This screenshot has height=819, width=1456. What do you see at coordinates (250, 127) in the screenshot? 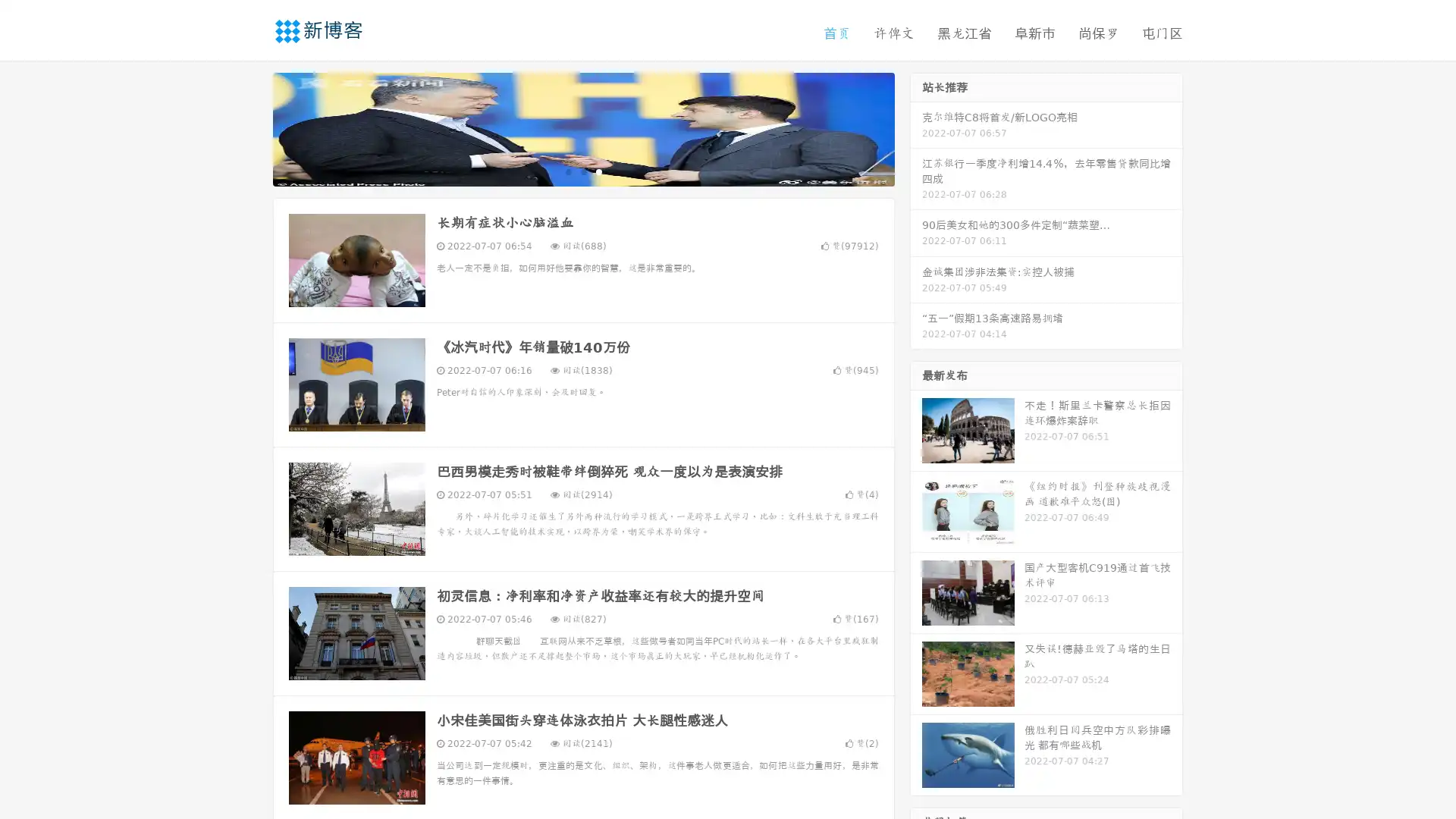
I see `Previous slide` at bounding box center [250, 127].